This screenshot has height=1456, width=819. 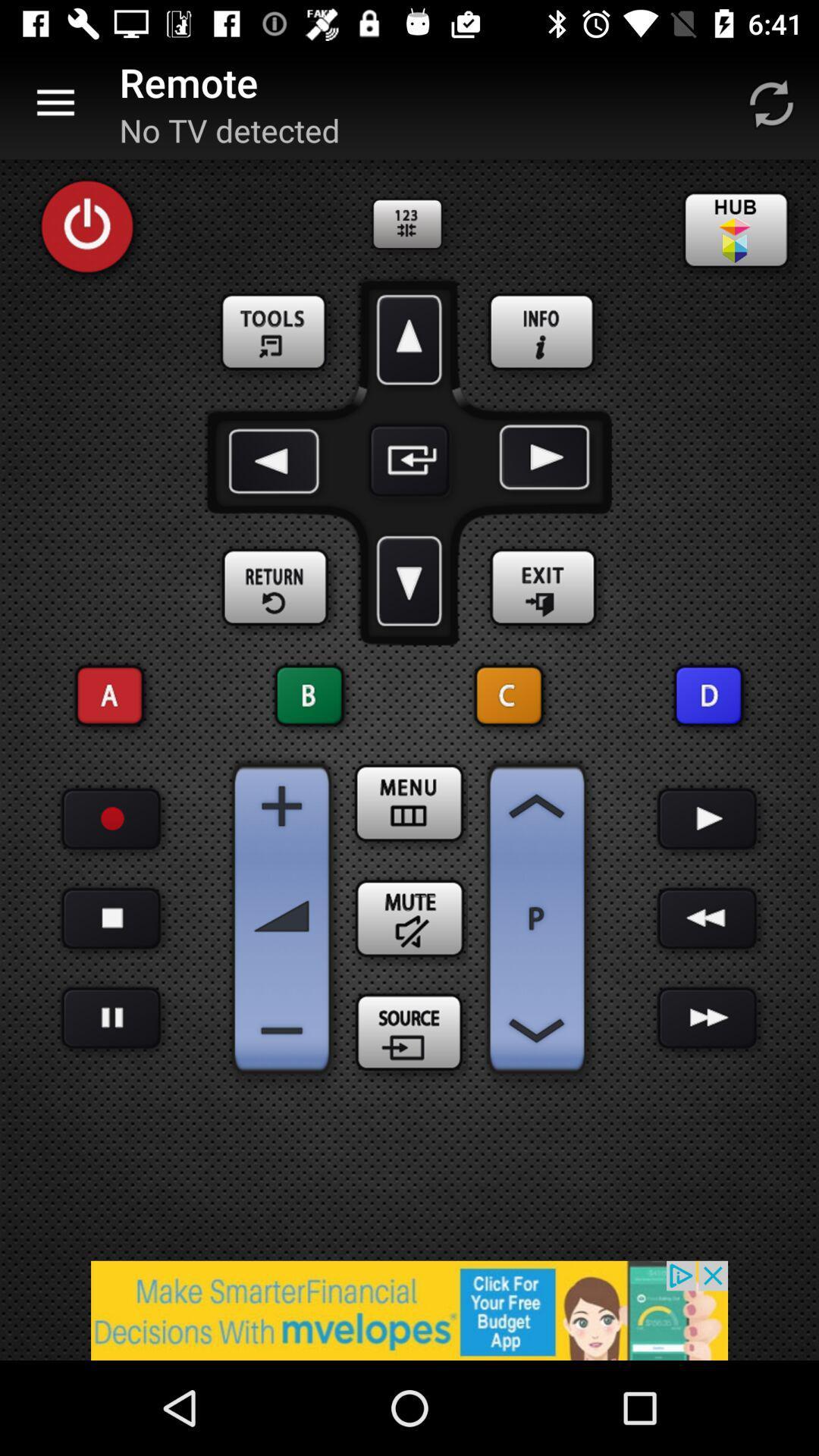 I want to click on next, so click(x=708, y=1018).